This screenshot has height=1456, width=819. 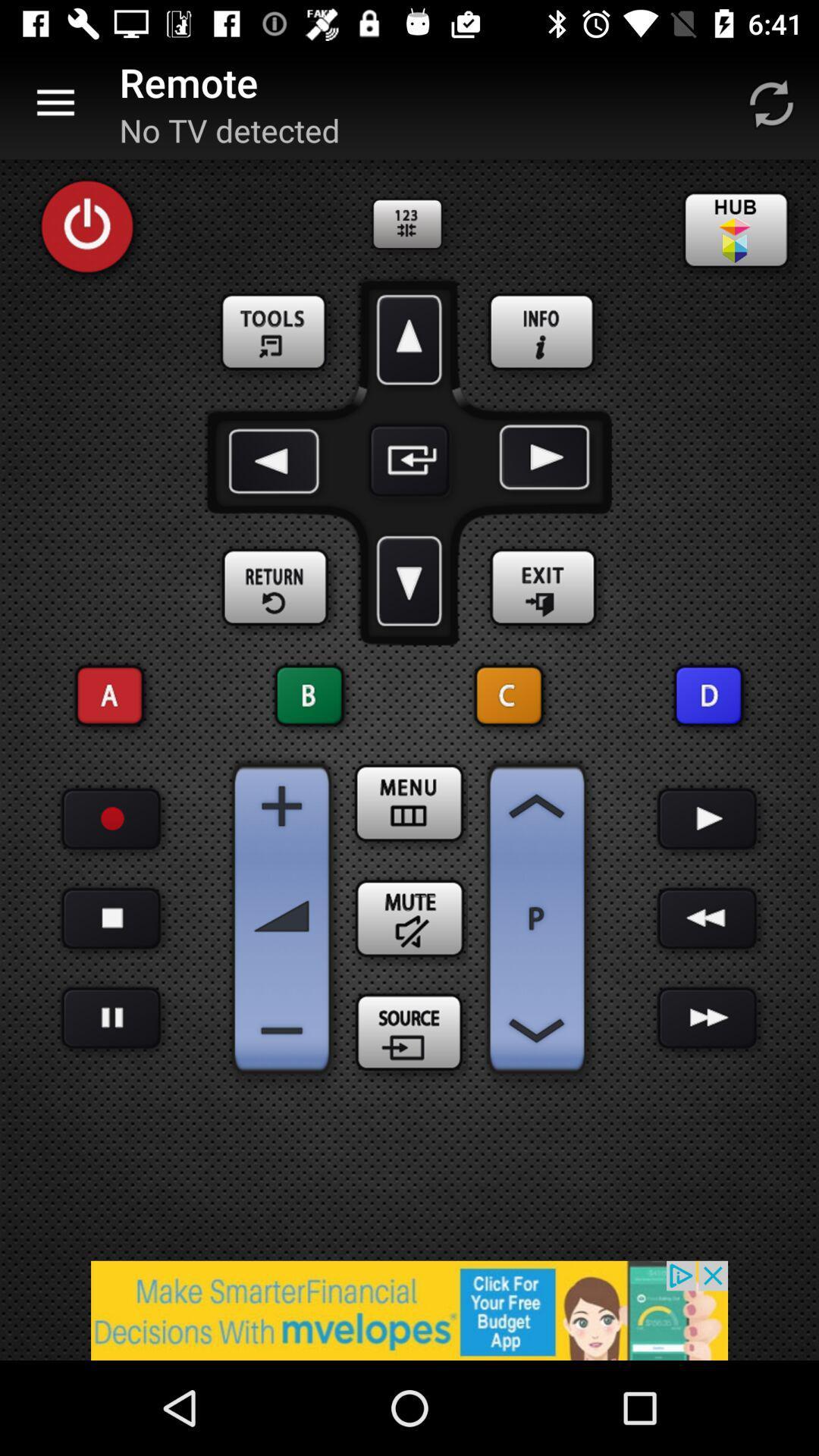 I want to click on next, so click(x=708, y=1018).